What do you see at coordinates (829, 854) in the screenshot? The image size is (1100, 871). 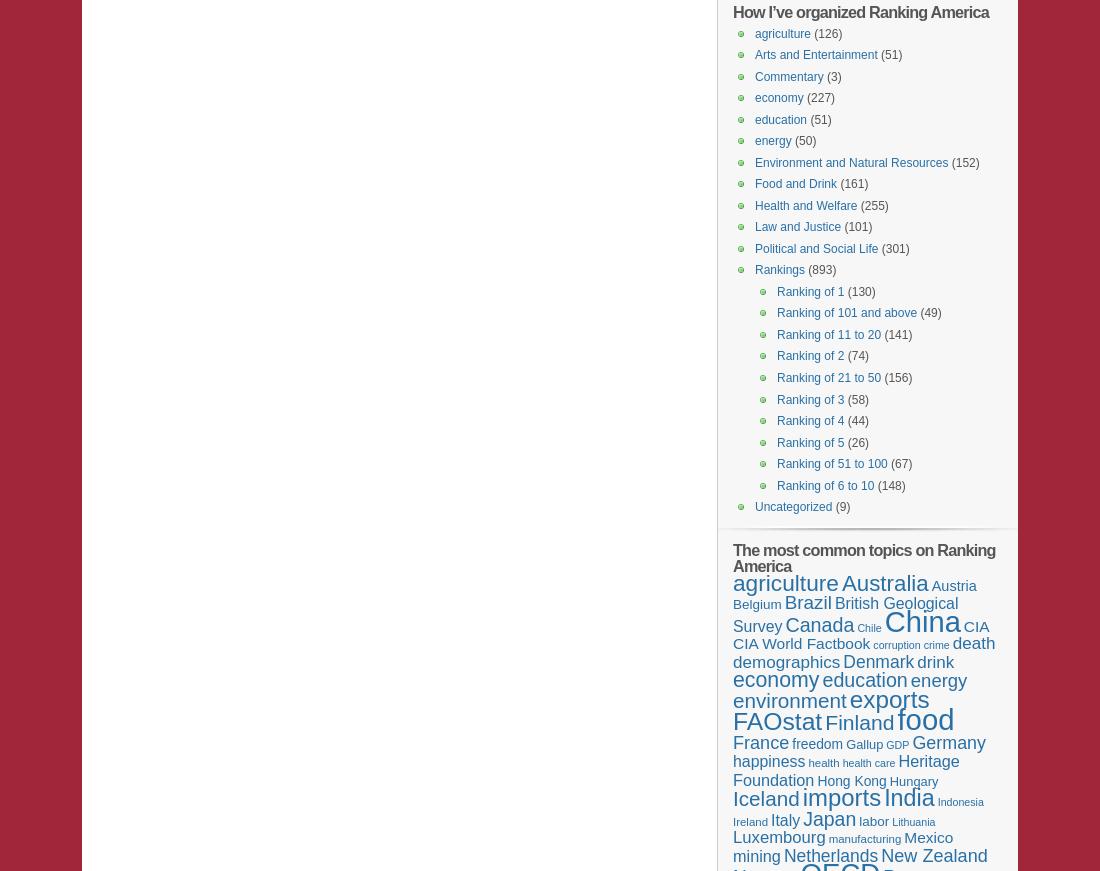 I see `'Netherlands'` at bounding box center [829, 854].